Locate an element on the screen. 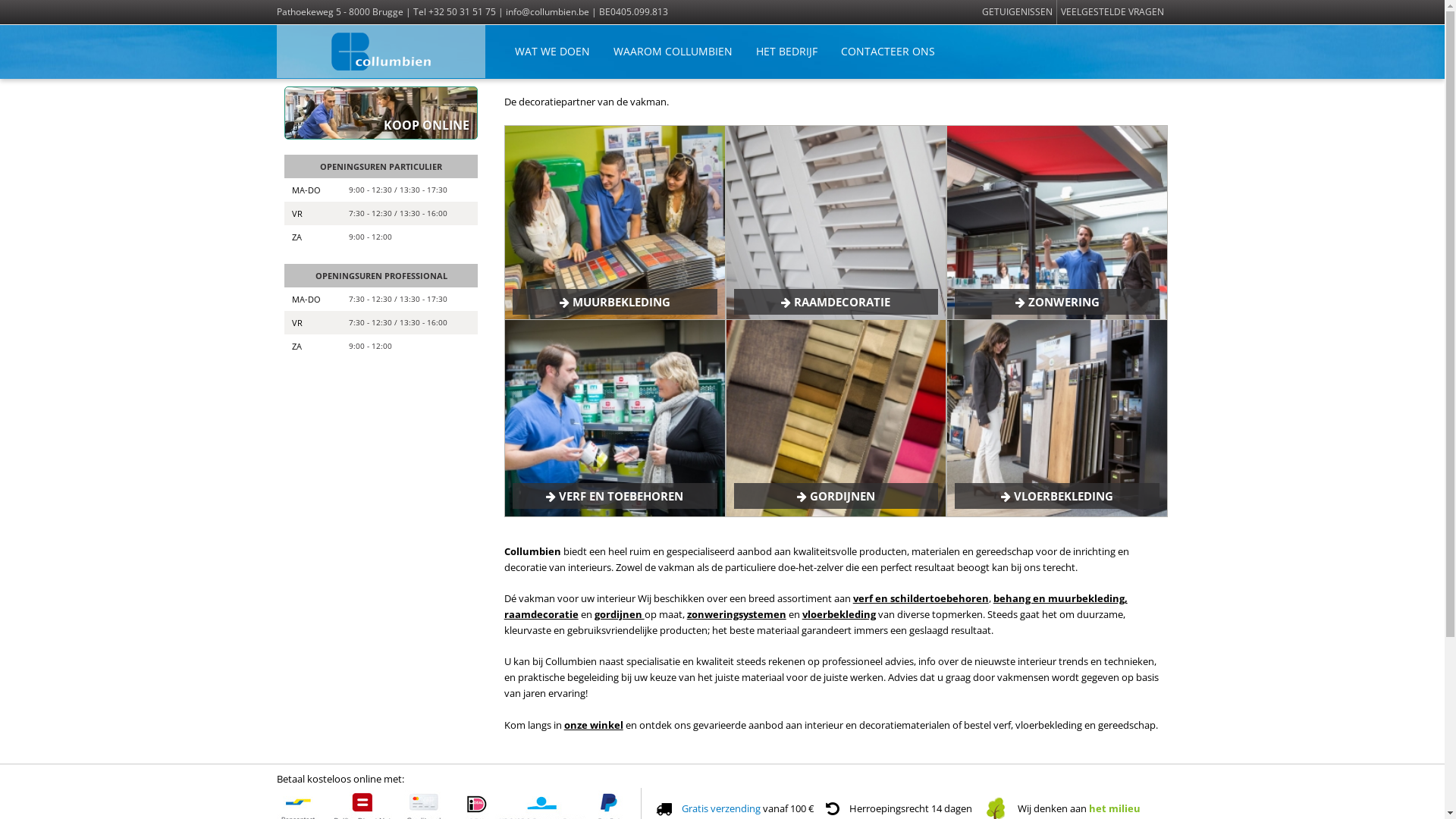 The height and width of the screenshot is (819, 1456). 'Wij denken aan het milieu' is located at coordinates (1062, 807).